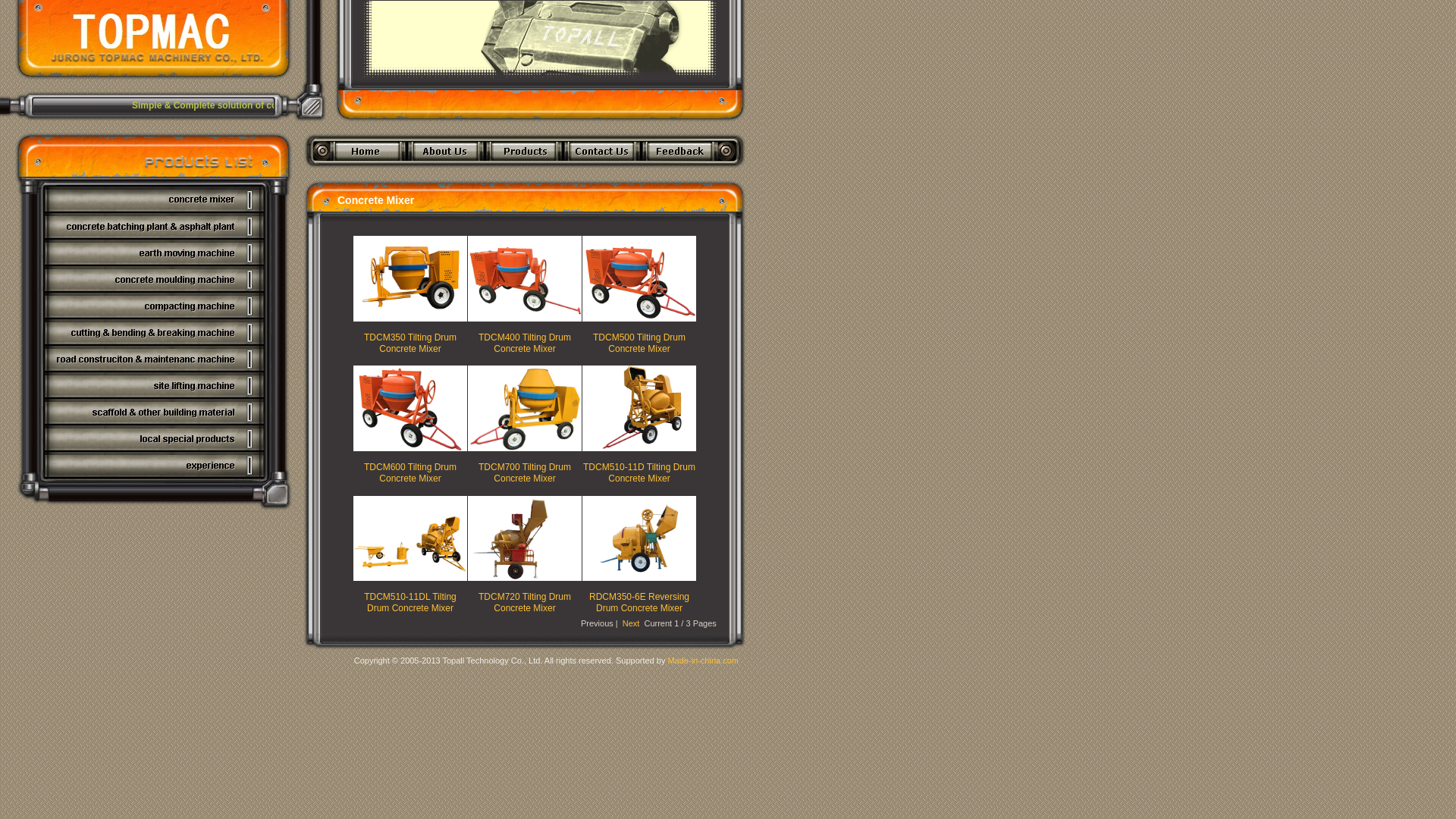 The height and width of the screenshot is (819, 1456). What do you see at coordinates (639, 342) in the screenshot?
I see `'TDCM500 Tilting Drum Concrete Mixer'` at bounding box center [639, 342].